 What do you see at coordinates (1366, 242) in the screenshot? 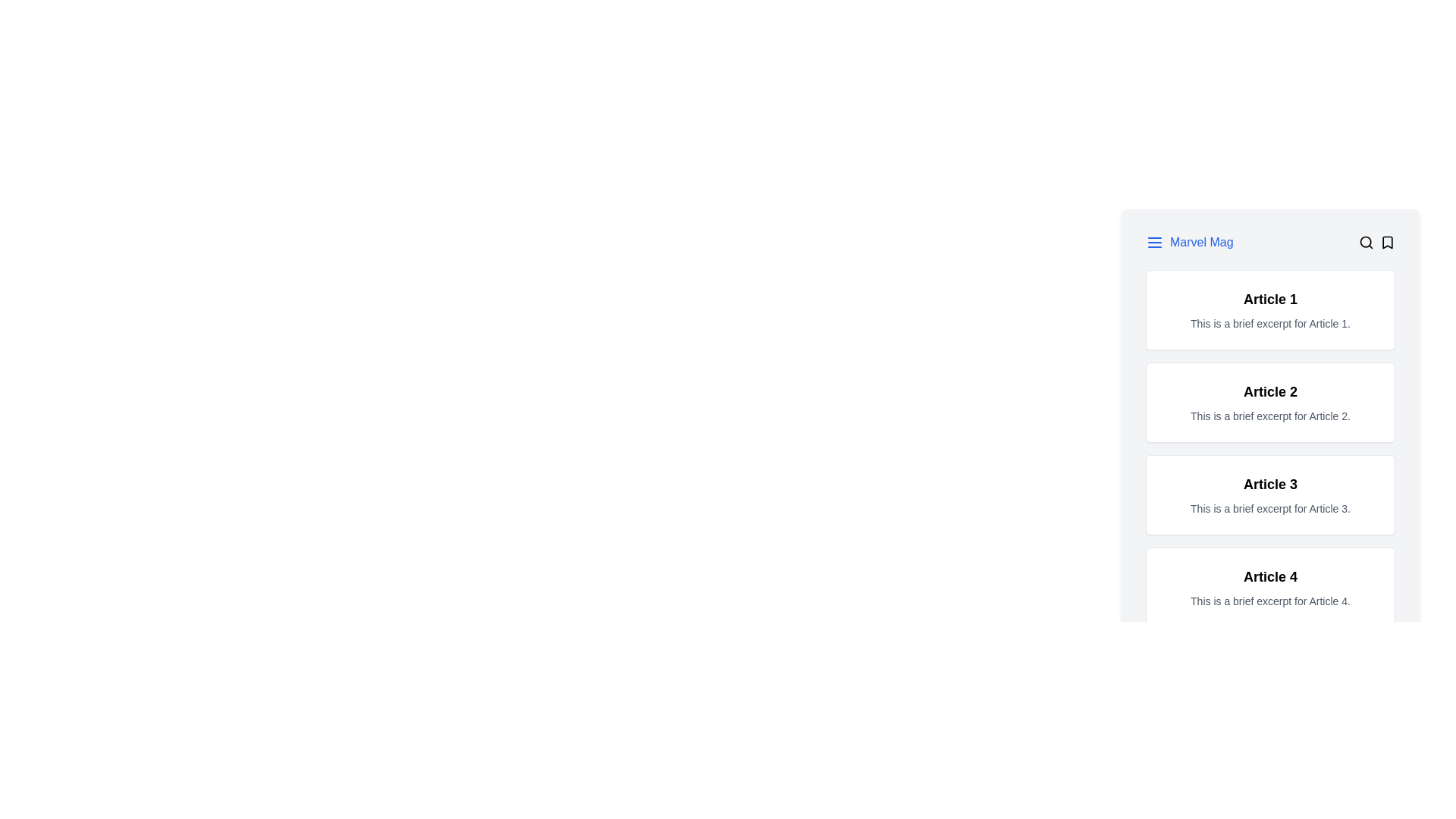
I see `the search icon button` at bounding box center [1366, 242].